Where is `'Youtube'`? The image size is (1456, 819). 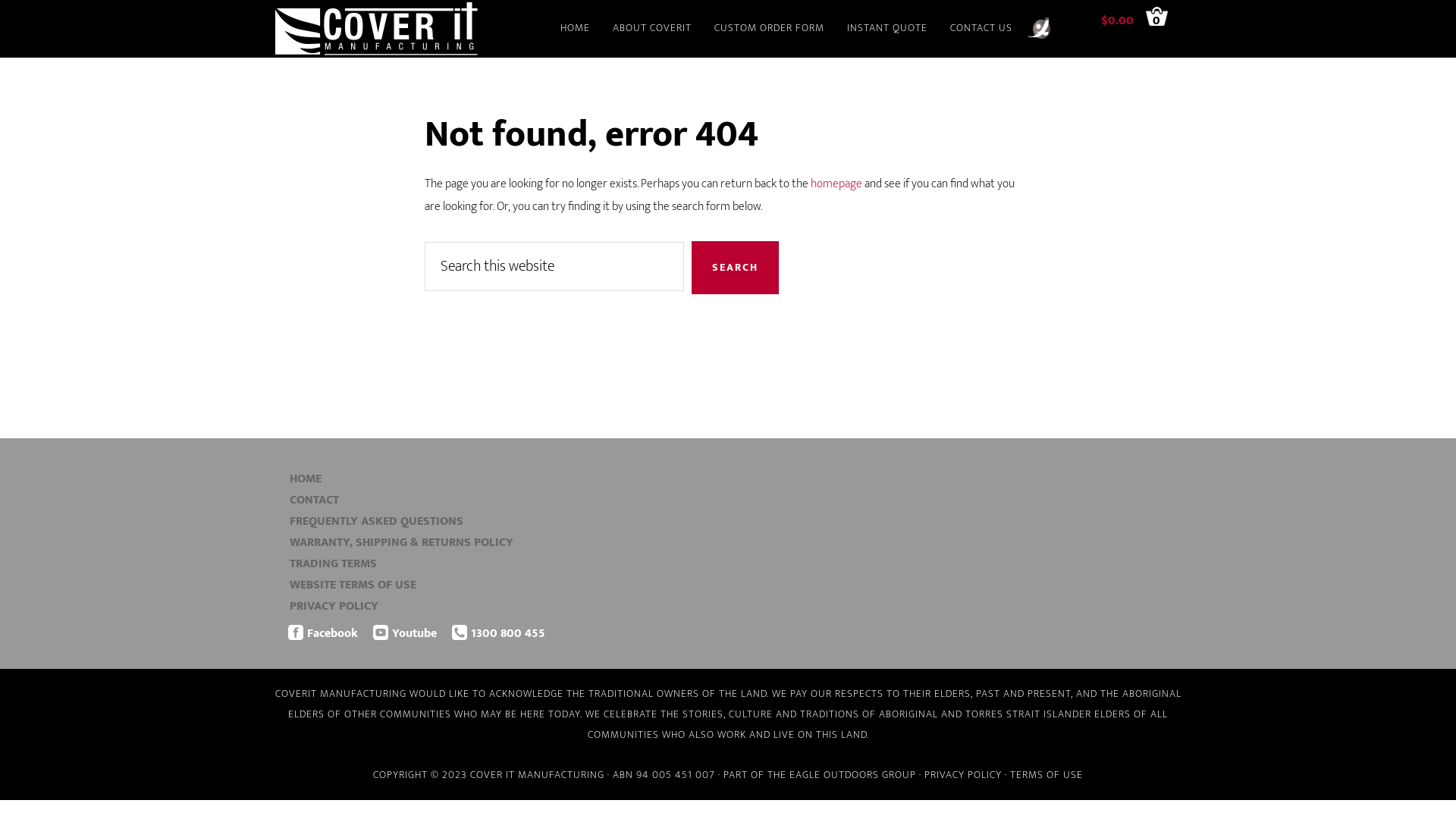
'Youtube' is located at coordinates (414, 633).